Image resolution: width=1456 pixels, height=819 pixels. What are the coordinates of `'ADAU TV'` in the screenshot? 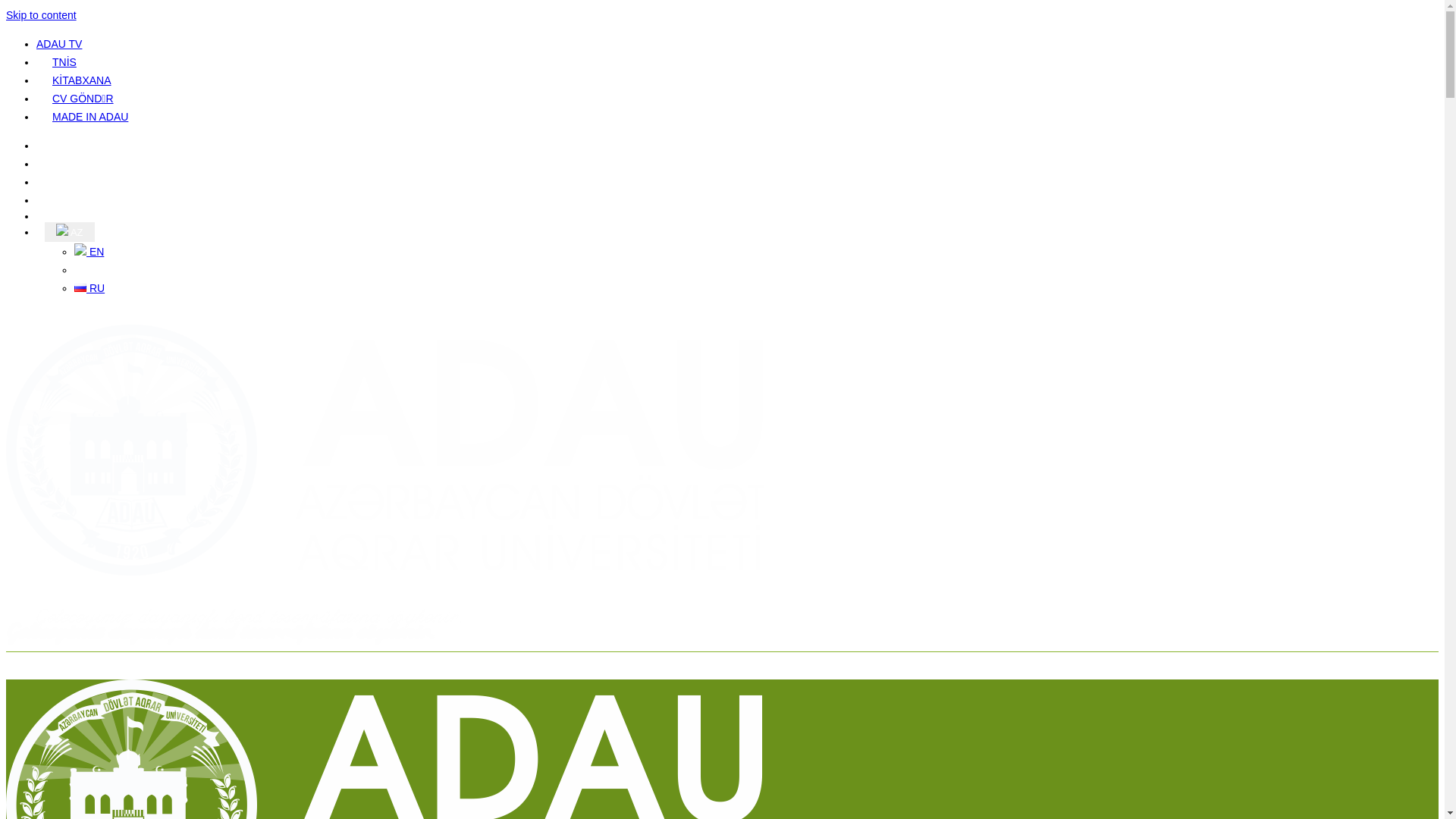 It's located at (36, 42).